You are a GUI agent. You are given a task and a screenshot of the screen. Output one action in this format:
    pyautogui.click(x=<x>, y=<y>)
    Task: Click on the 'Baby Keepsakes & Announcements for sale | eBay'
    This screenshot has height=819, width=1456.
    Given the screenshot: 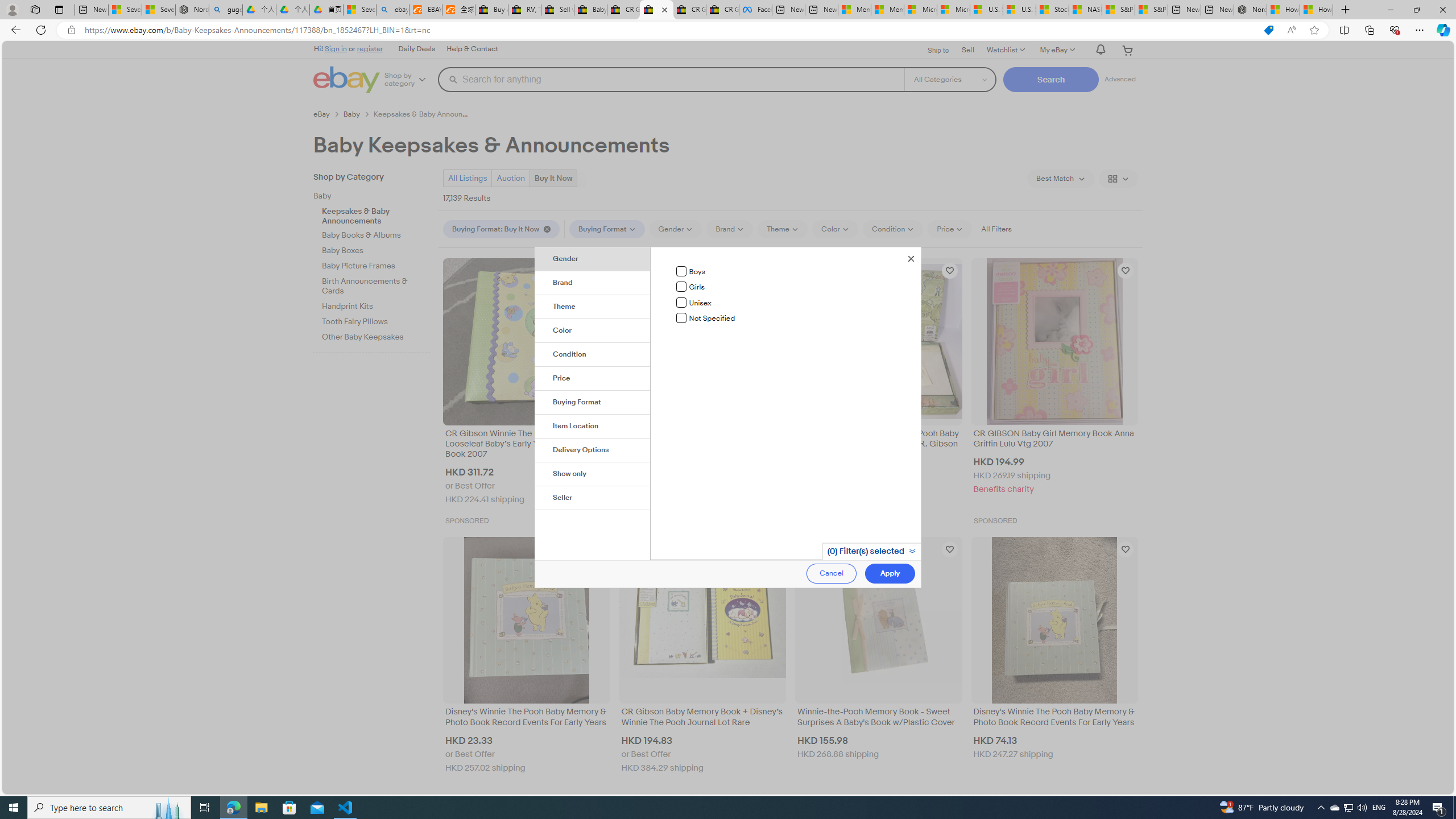 What is the action you would take?
    pyautogui.click(x=656, y=9)
    